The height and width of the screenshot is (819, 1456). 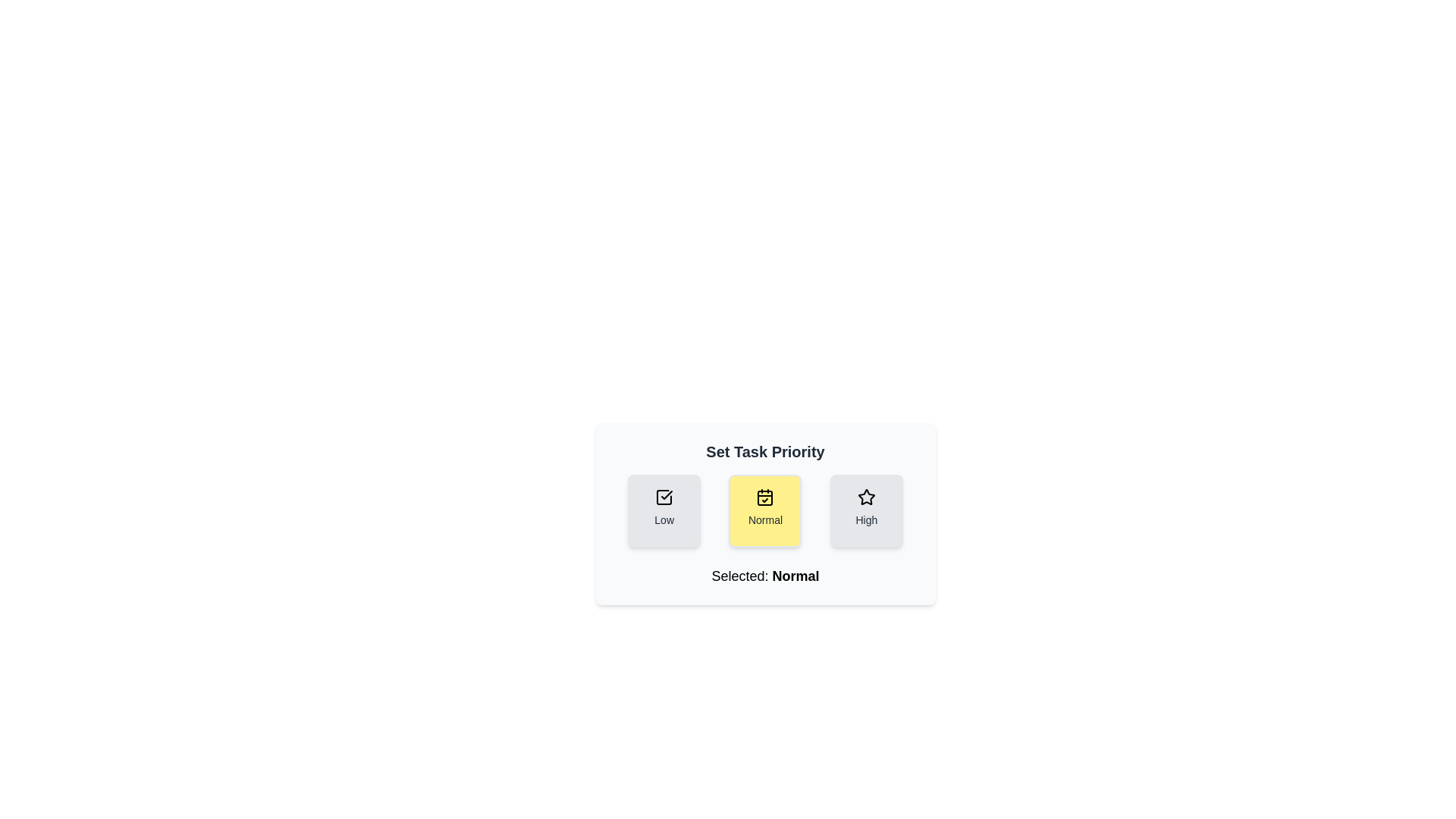 I want to click on the priority button to set the task priority to Low, so click(x=664, y=511).